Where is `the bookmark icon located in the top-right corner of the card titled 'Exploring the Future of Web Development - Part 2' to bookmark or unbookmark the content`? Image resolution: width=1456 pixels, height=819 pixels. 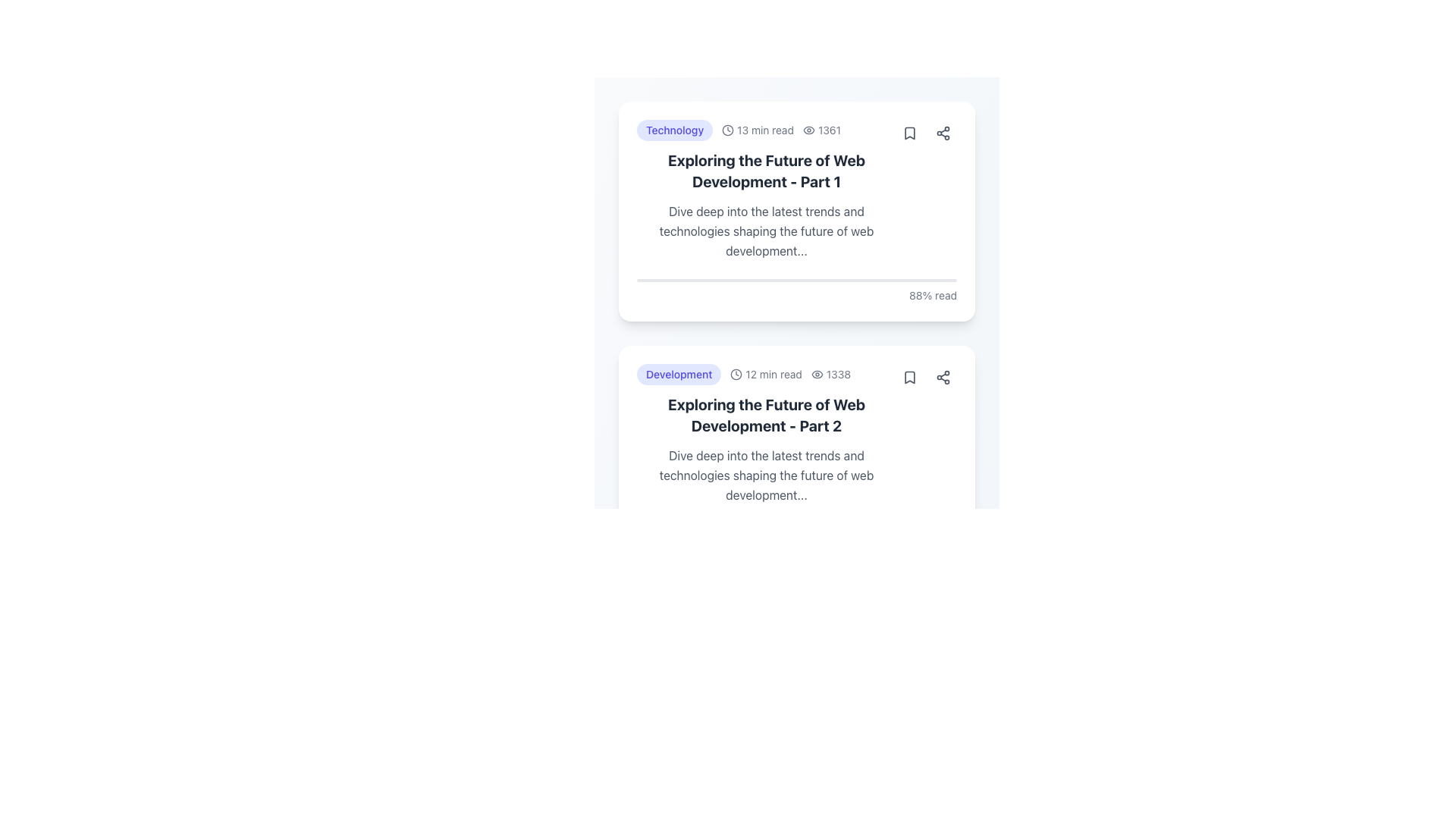 the bookmark icon located in the top-right corner of the card titled 'Exploring the Future of Web Development - Part 2' to bookmark or unbookmark the content is located at coordinates (910, 376).